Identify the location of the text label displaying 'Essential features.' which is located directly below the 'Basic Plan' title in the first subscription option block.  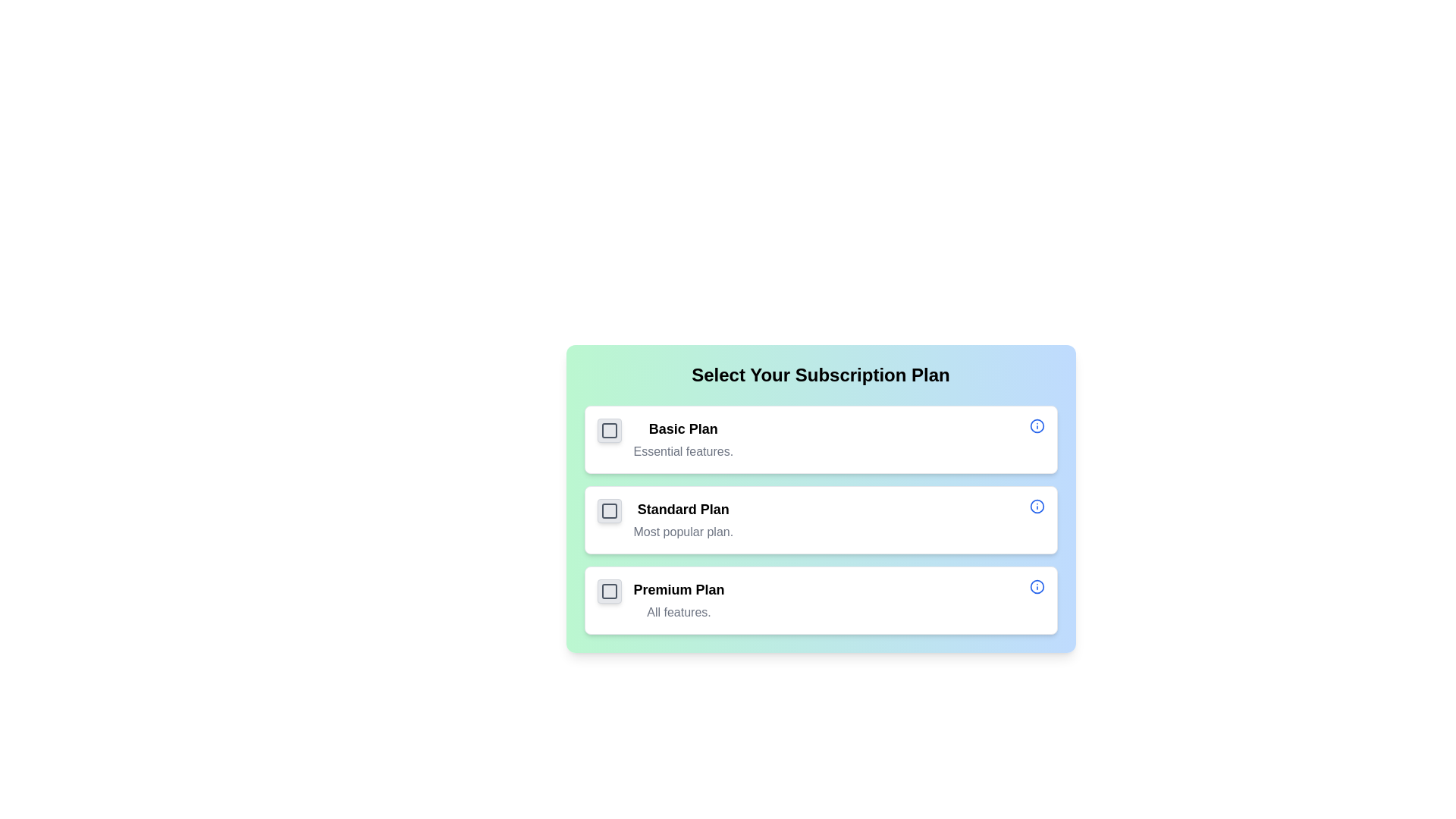
(682, 451).